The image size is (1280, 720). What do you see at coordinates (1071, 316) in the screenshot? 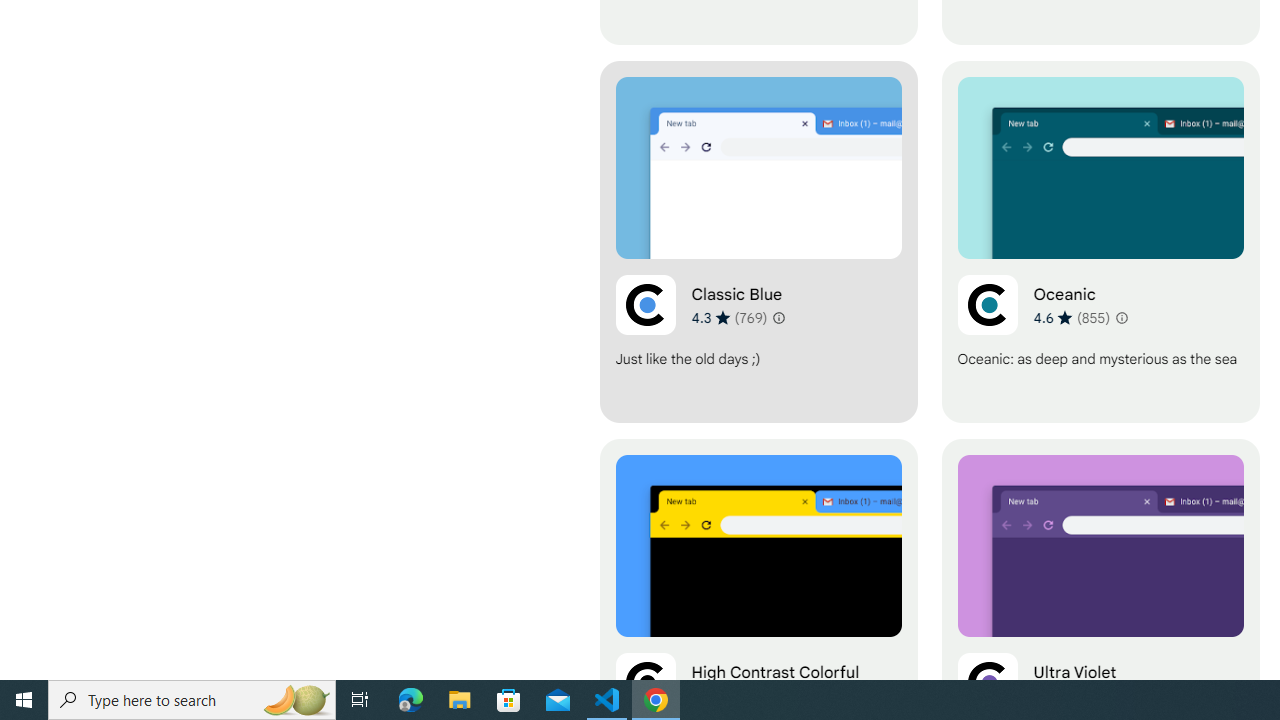
I see `'Average rating 4.6 out of 5 stars. 855 ratings.'` at bounding box center [1071, 316].